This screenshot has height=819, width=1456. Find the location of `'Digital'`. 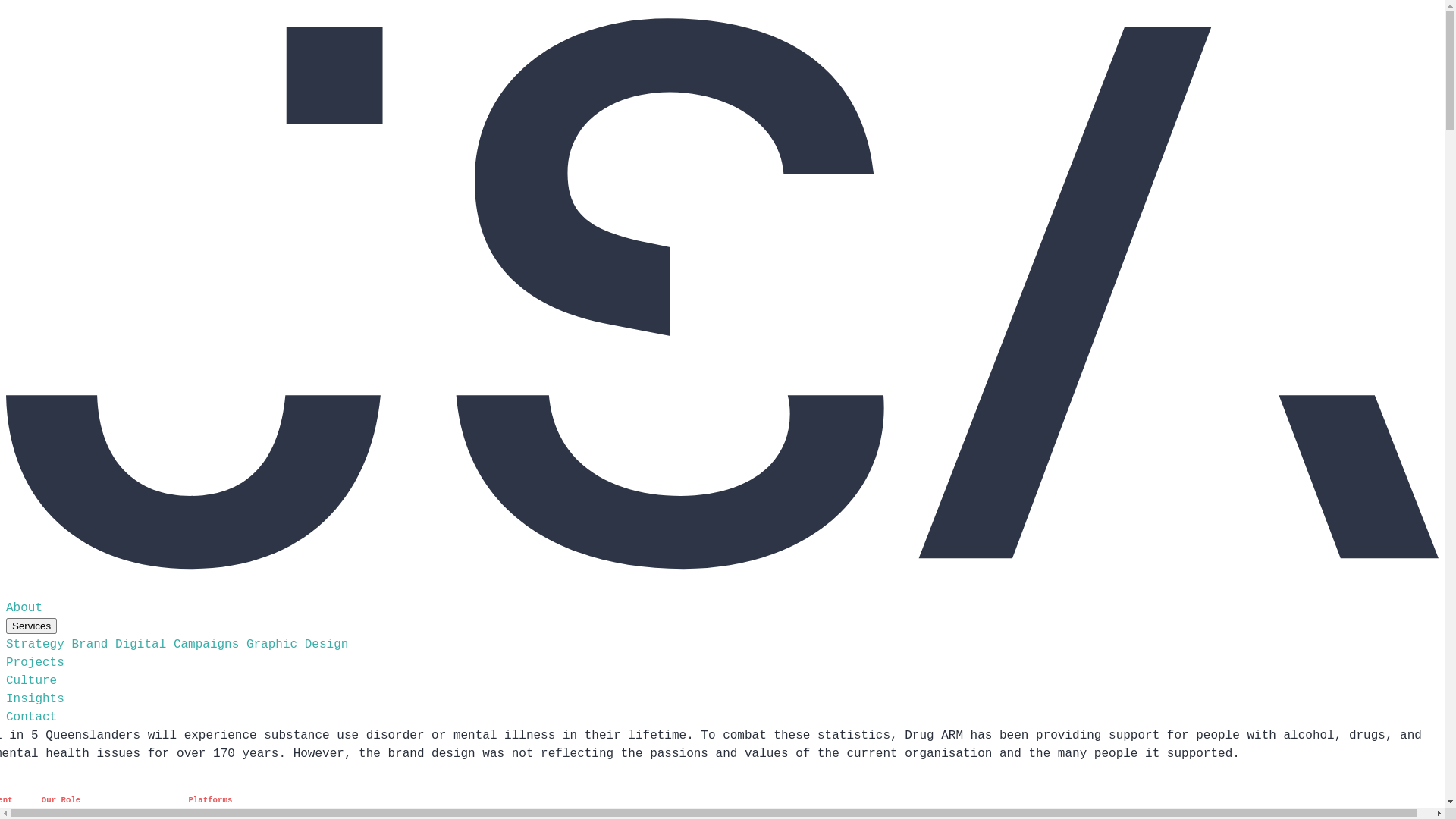

'Digital' is located at coordinates (140, 644).